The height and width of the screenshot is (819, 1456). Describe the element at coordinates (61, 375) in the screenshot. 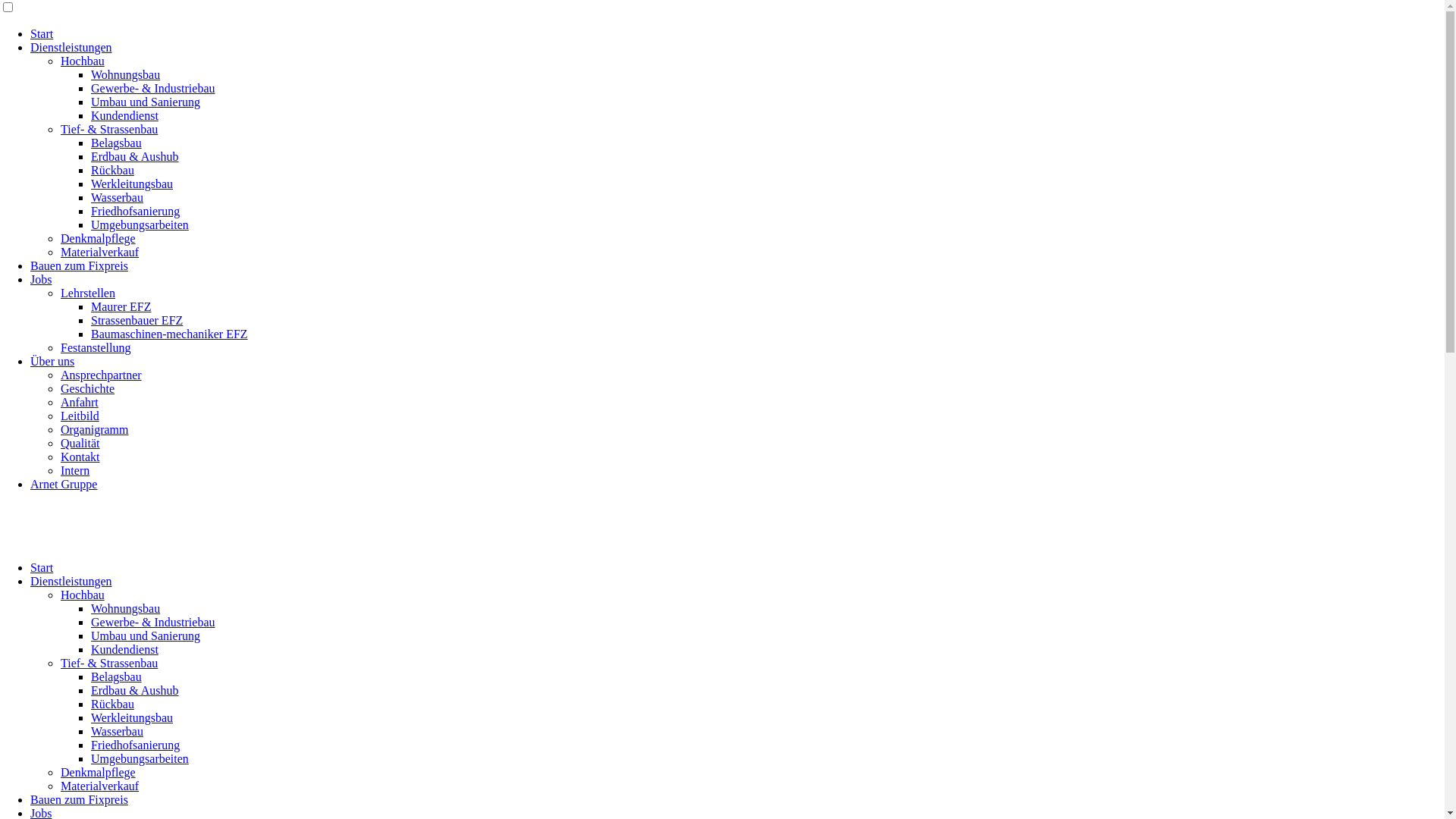

I see `'Ansprechpartner'` at that location.